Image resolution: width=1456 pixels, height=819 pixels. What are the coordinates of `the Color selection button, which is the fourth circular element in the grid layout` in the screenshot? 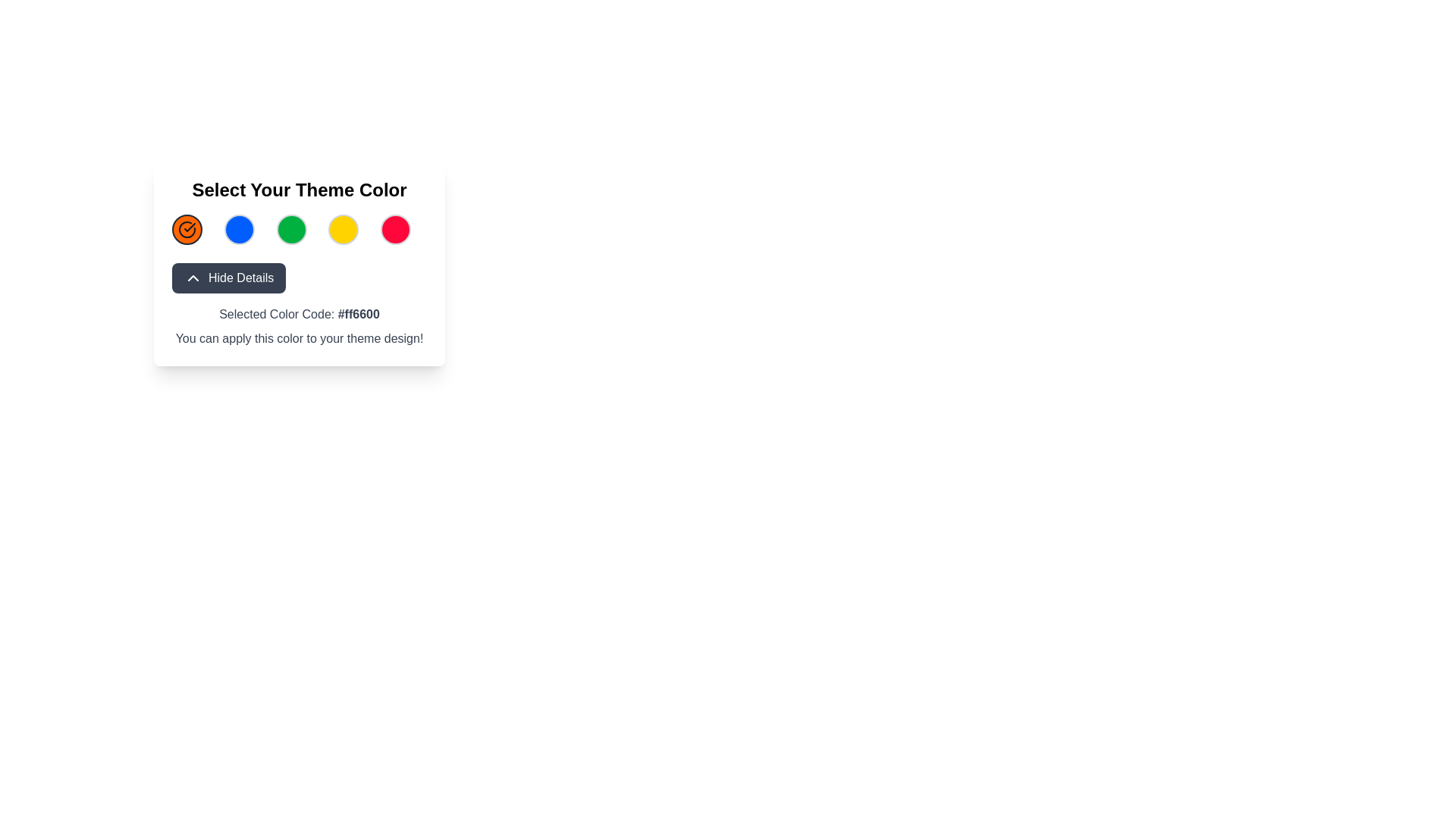 It's located at (343, 230).